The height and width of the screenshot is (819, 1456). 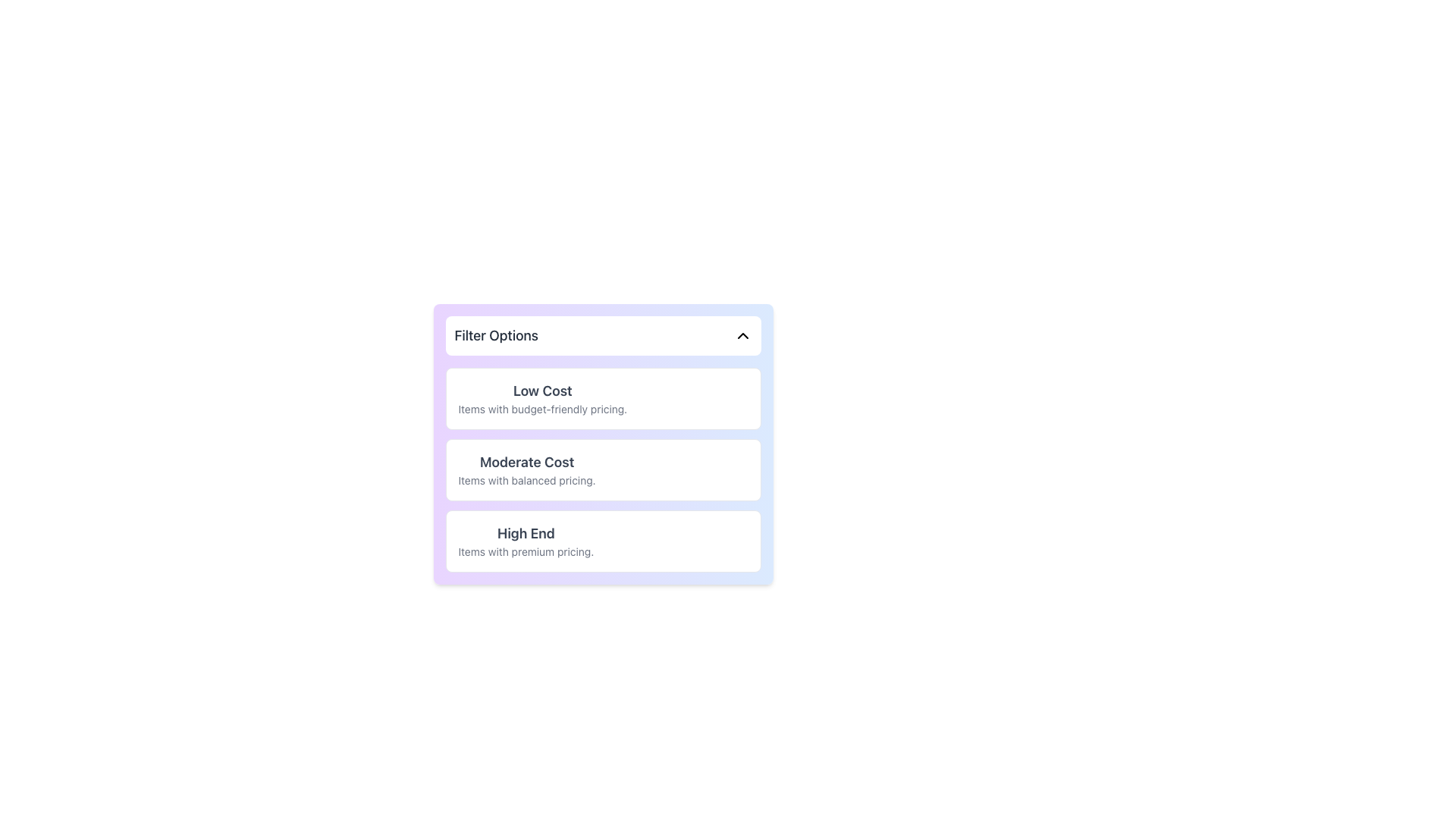 What do you see at coordinates (542, 397) in the screenshot?
I see `the first selectable item in the filter options menu` at bounding box center [542, 397].